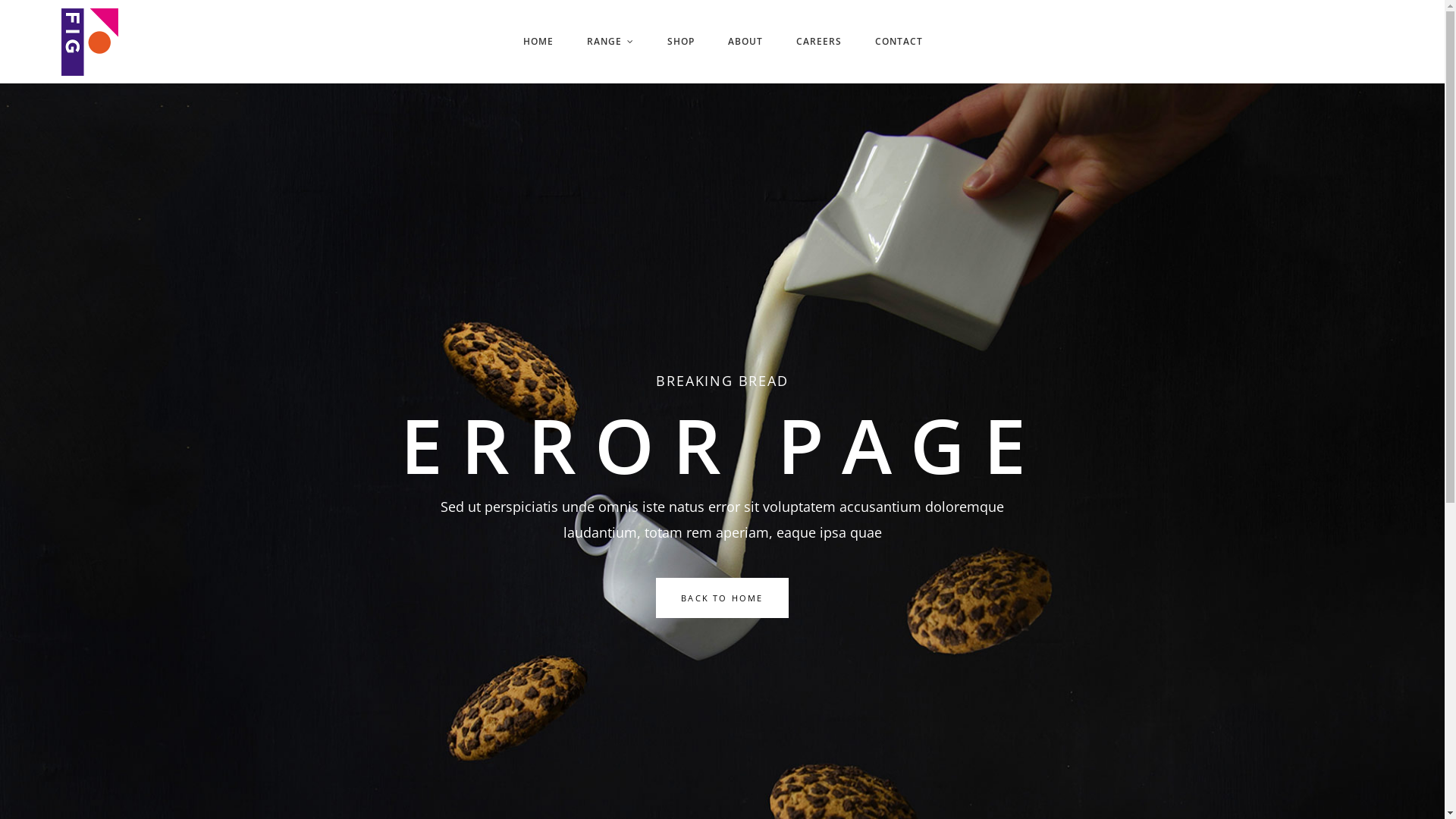 This screenshot has height=819, width=1456. I want to click on 'CONTACT', so click(858, 40).